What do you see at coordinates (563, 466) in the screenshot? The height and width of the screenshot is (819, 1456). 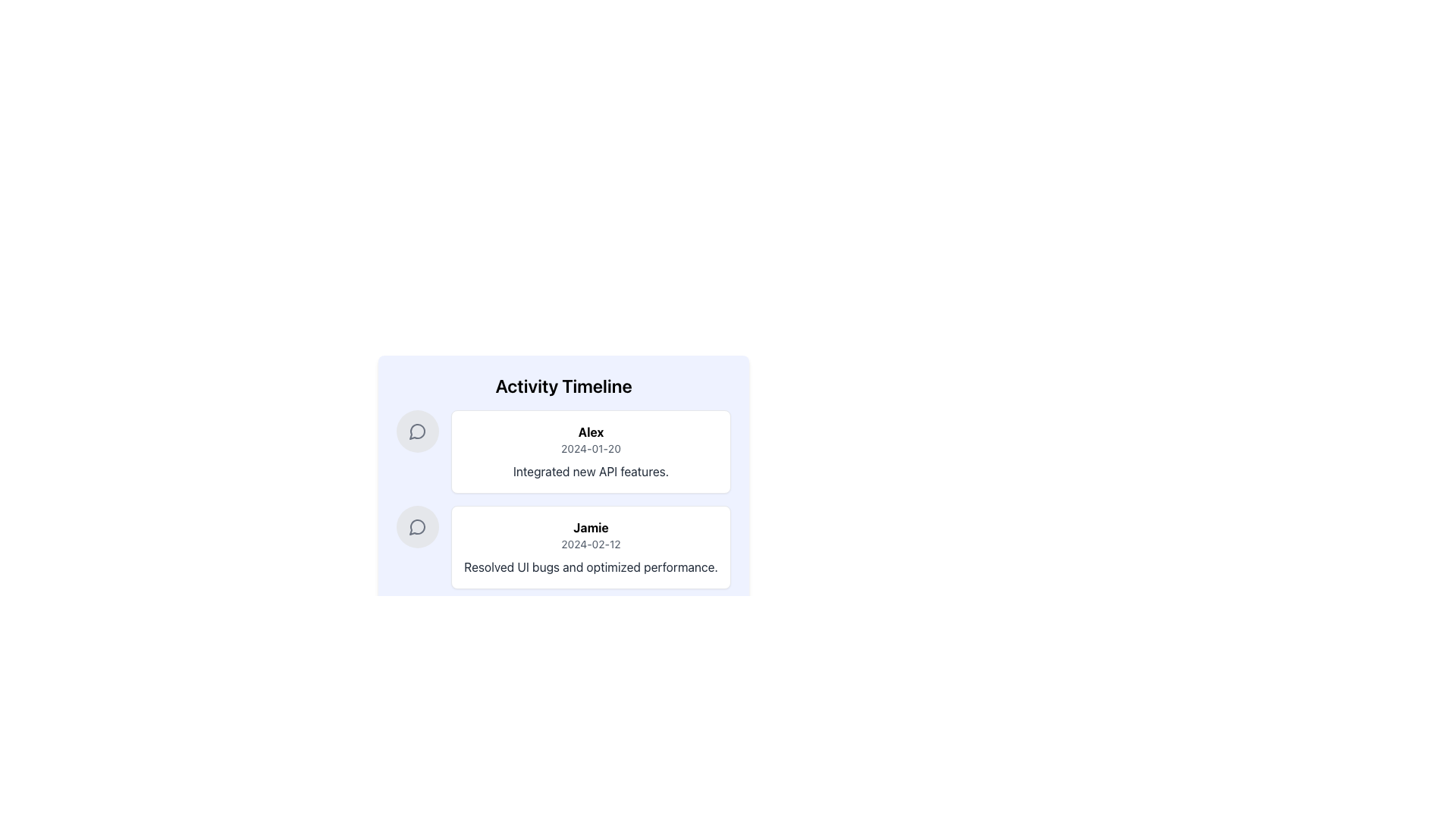 I see `the informational text element displaying 'Alex' with the date '2024-01-20' and description 'Integrated new API features.' in the first card of the 'Activity Timeline'` at bounding box center [563, 466].